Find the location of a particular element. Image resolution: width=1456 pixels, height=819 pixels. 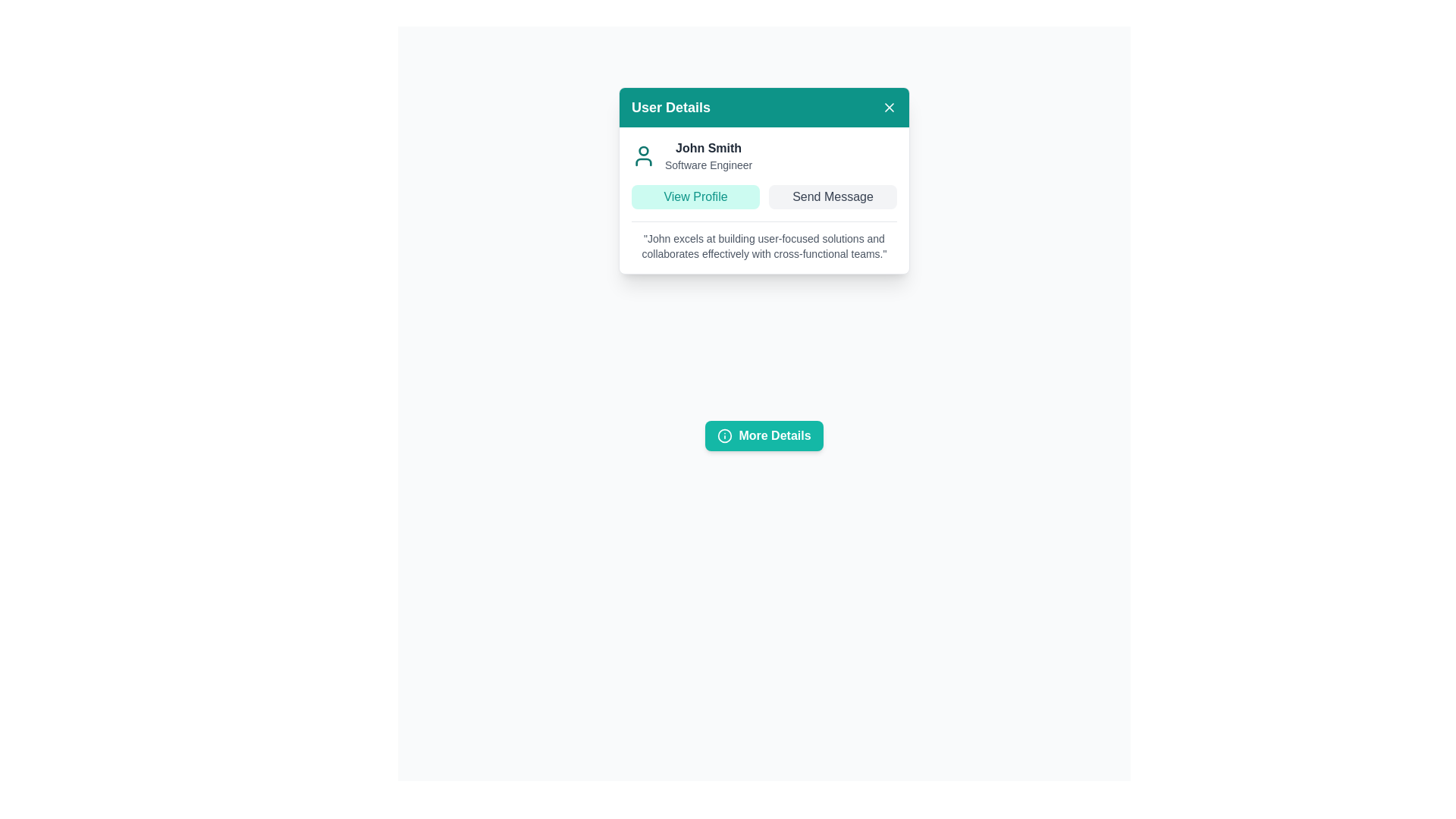

the text block displaying 'John Smith' and 'Software Engineer' inside the 'User Details' panel to select the text is located at coordinates (708, 155).